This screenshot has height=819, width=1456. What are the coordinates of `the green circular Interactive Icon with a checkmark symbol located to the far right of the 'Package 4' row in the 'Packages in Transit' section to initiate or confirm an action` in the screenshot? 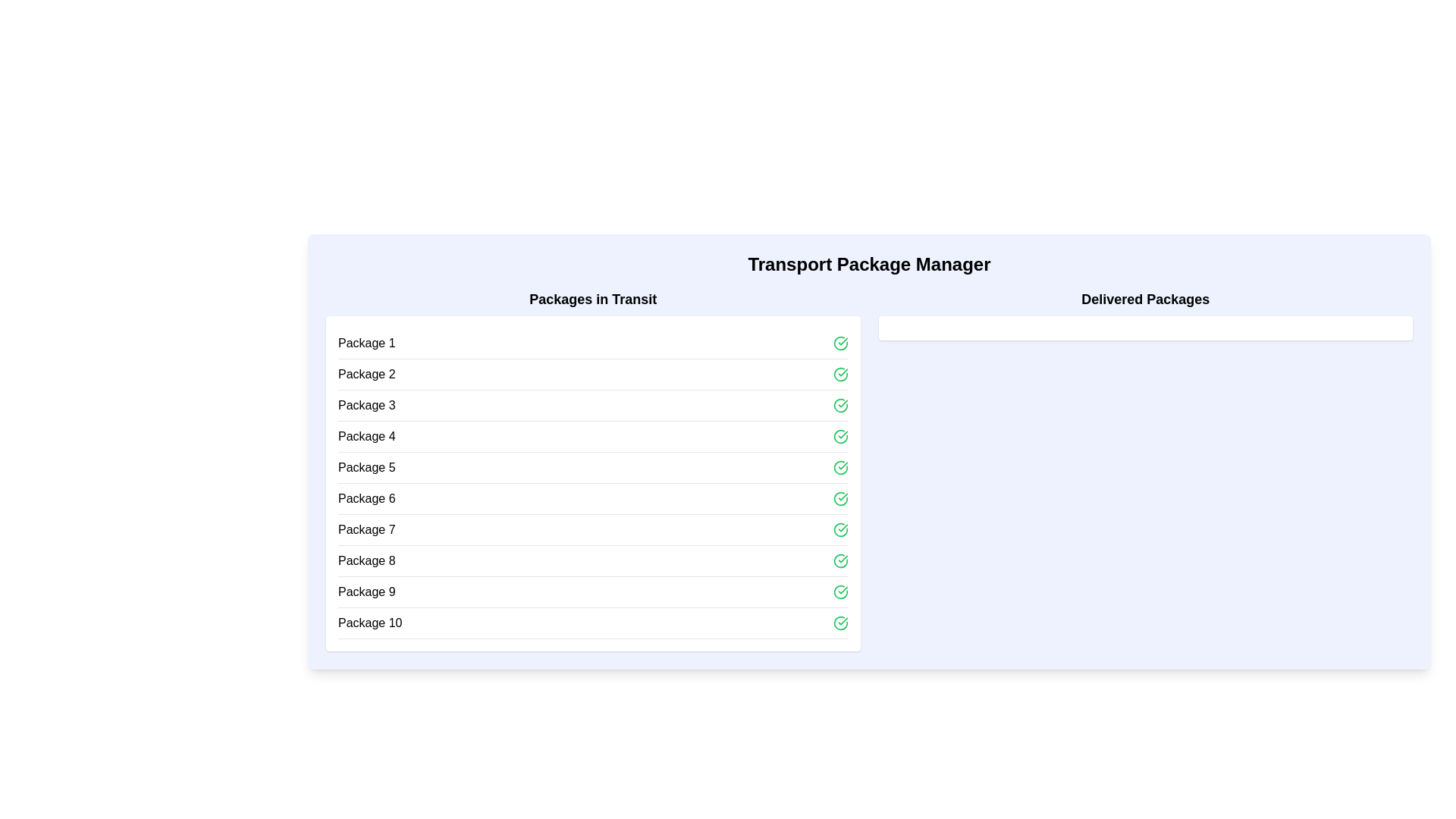 It's located at (839, 436).